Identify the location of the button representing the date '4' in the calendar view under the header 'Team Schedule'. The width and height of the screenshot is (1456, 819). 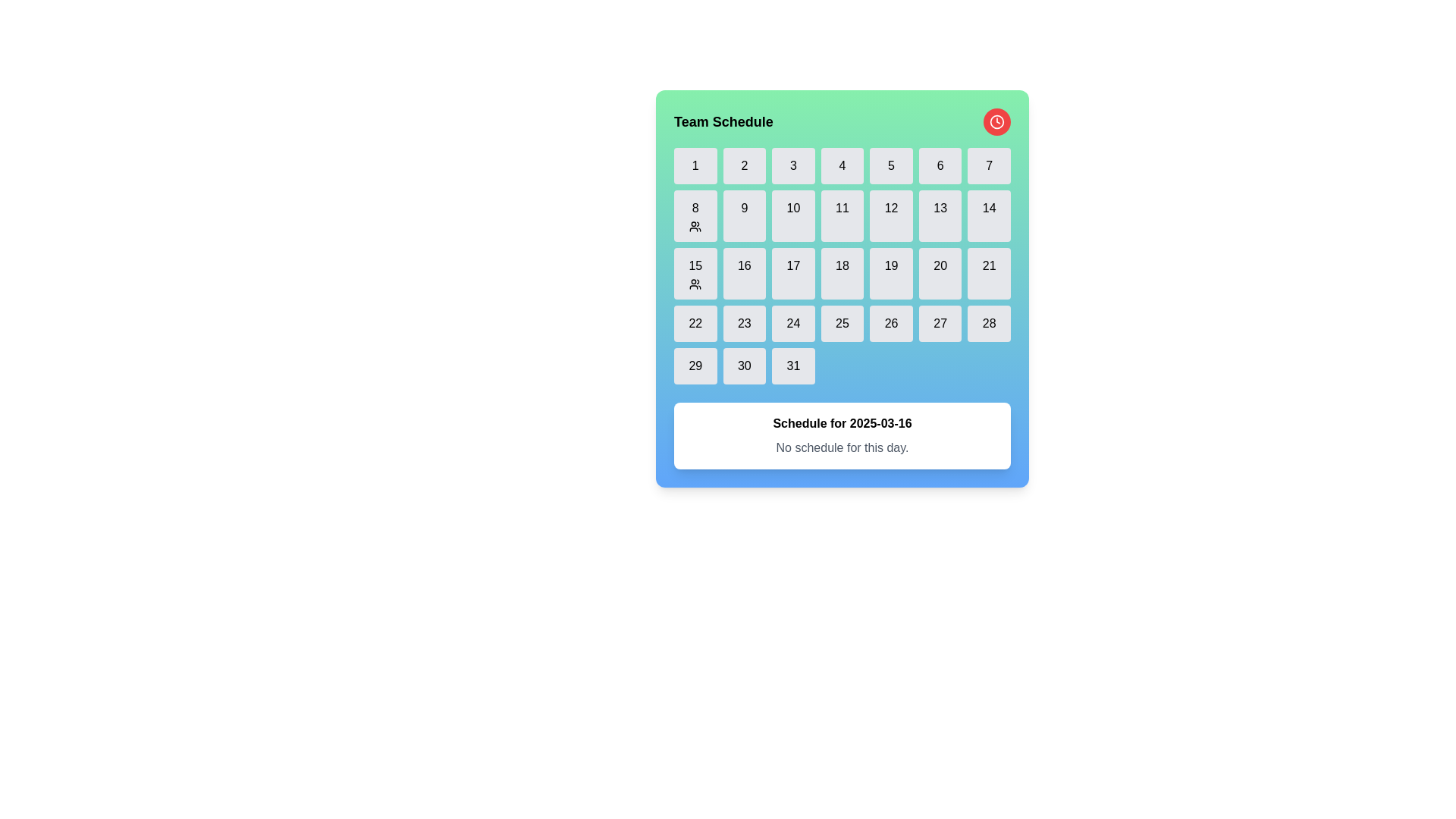
(841, 166).